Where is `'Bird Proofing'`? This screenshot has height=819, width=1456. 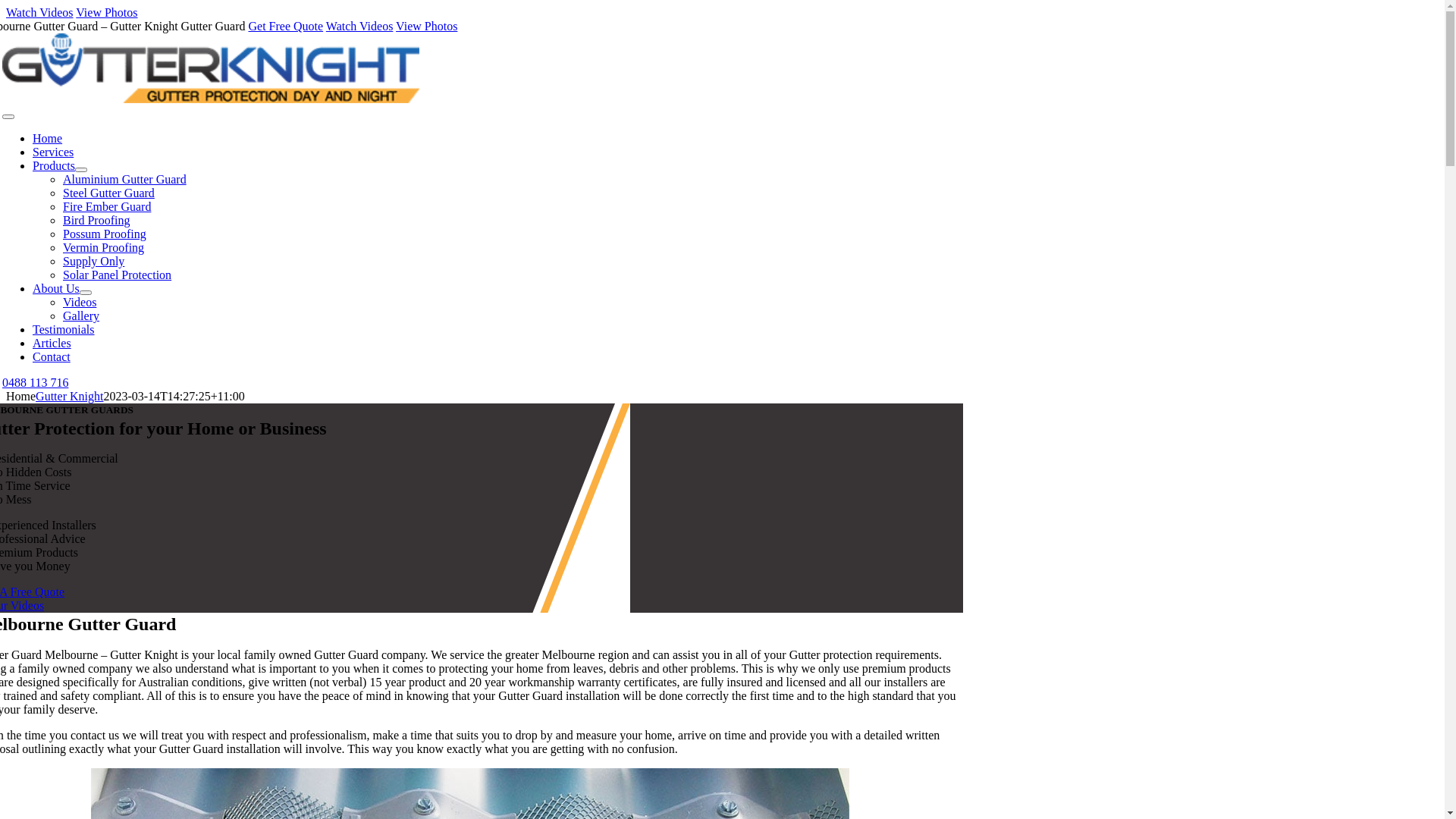 'Bird Proofing' is located at coordinates (95, 220).